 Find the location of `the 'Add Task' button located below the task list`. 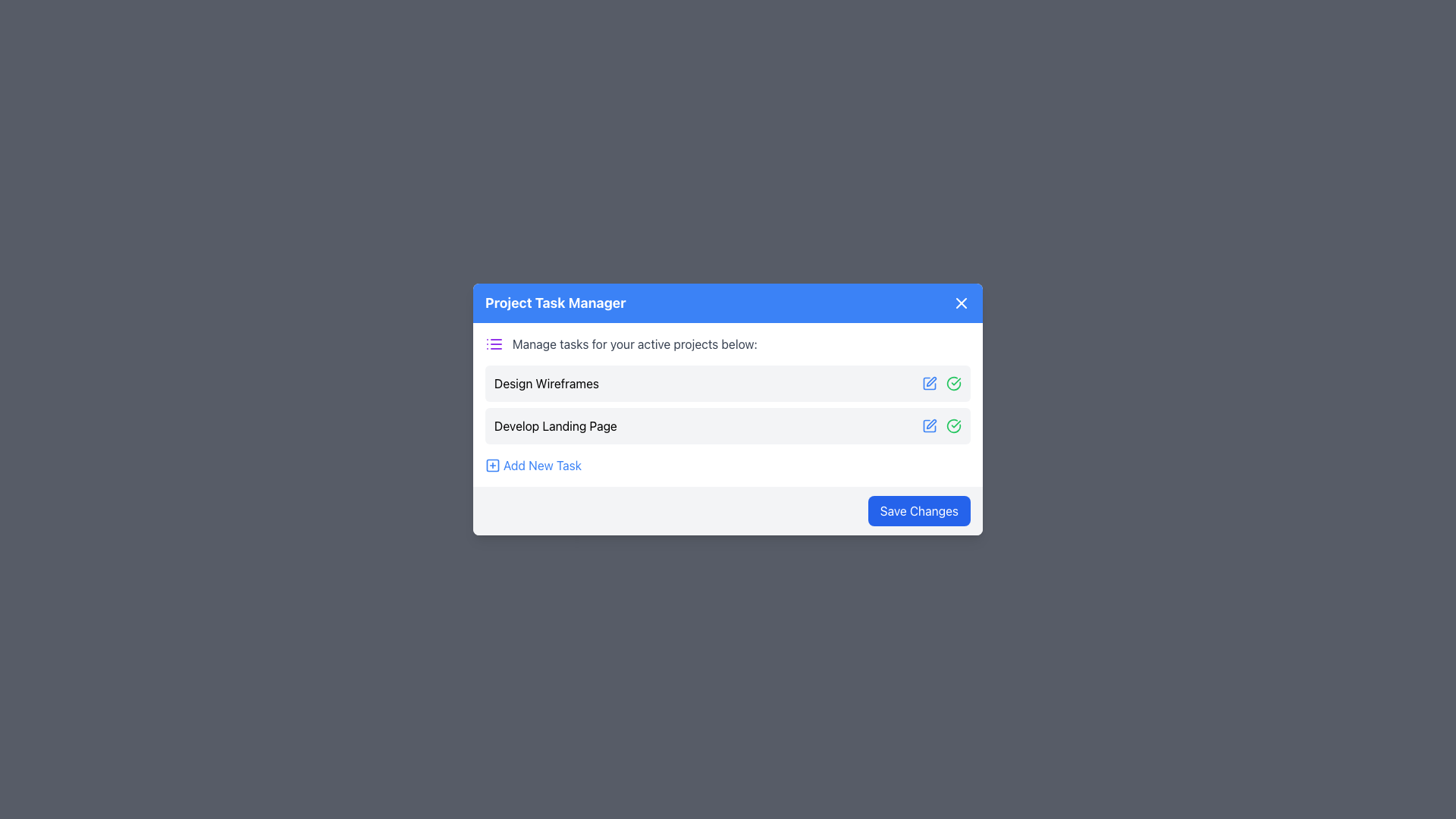

the 'Add Task' button located below the task list is located at coordinates (533, 464).